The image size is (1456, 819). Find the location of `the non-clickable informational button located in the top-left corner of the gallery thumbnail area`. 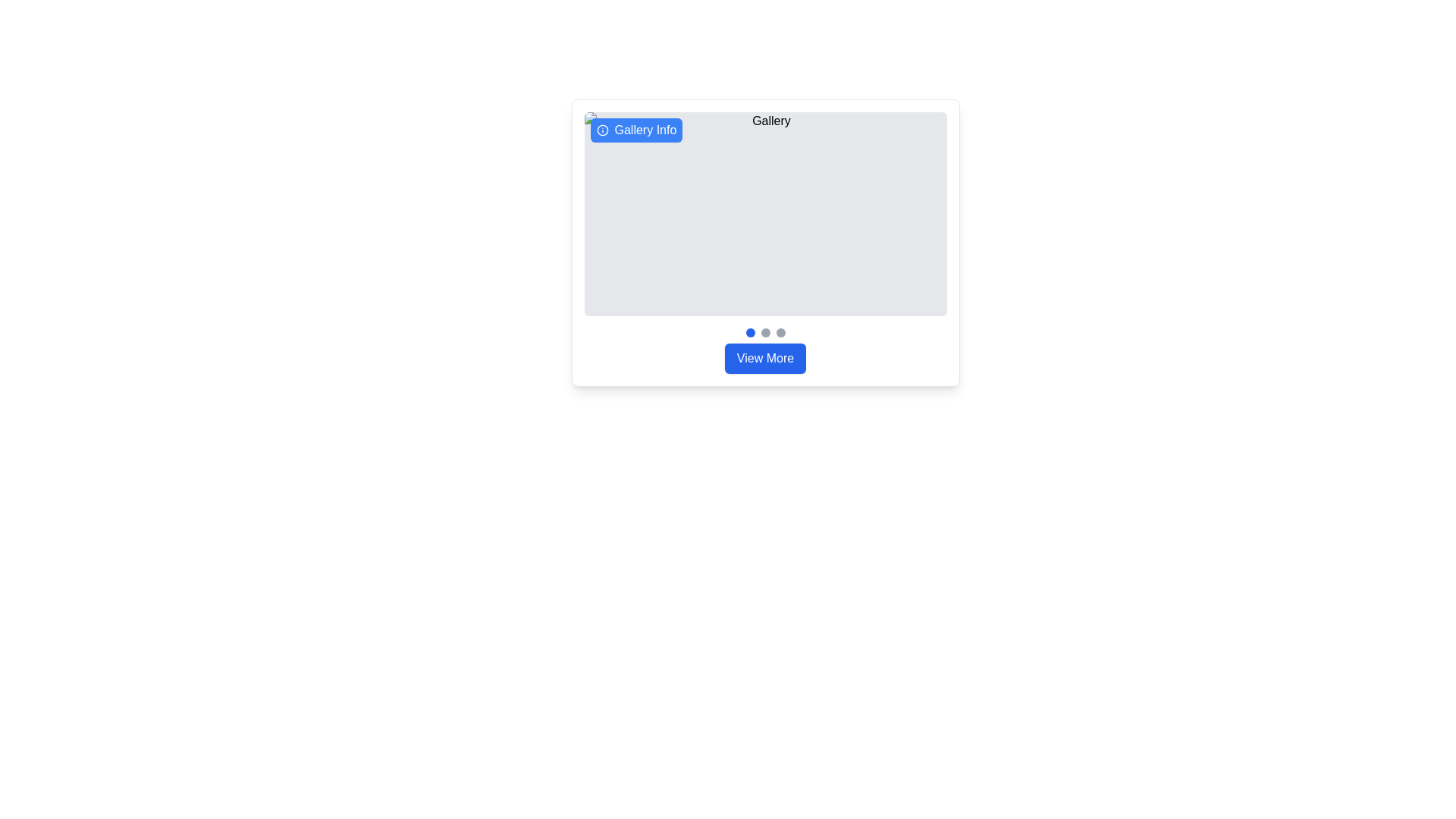

the non-clickable informational button located in the top-left corner of the gallery thumbnail area is located at coordinates (636, 130).